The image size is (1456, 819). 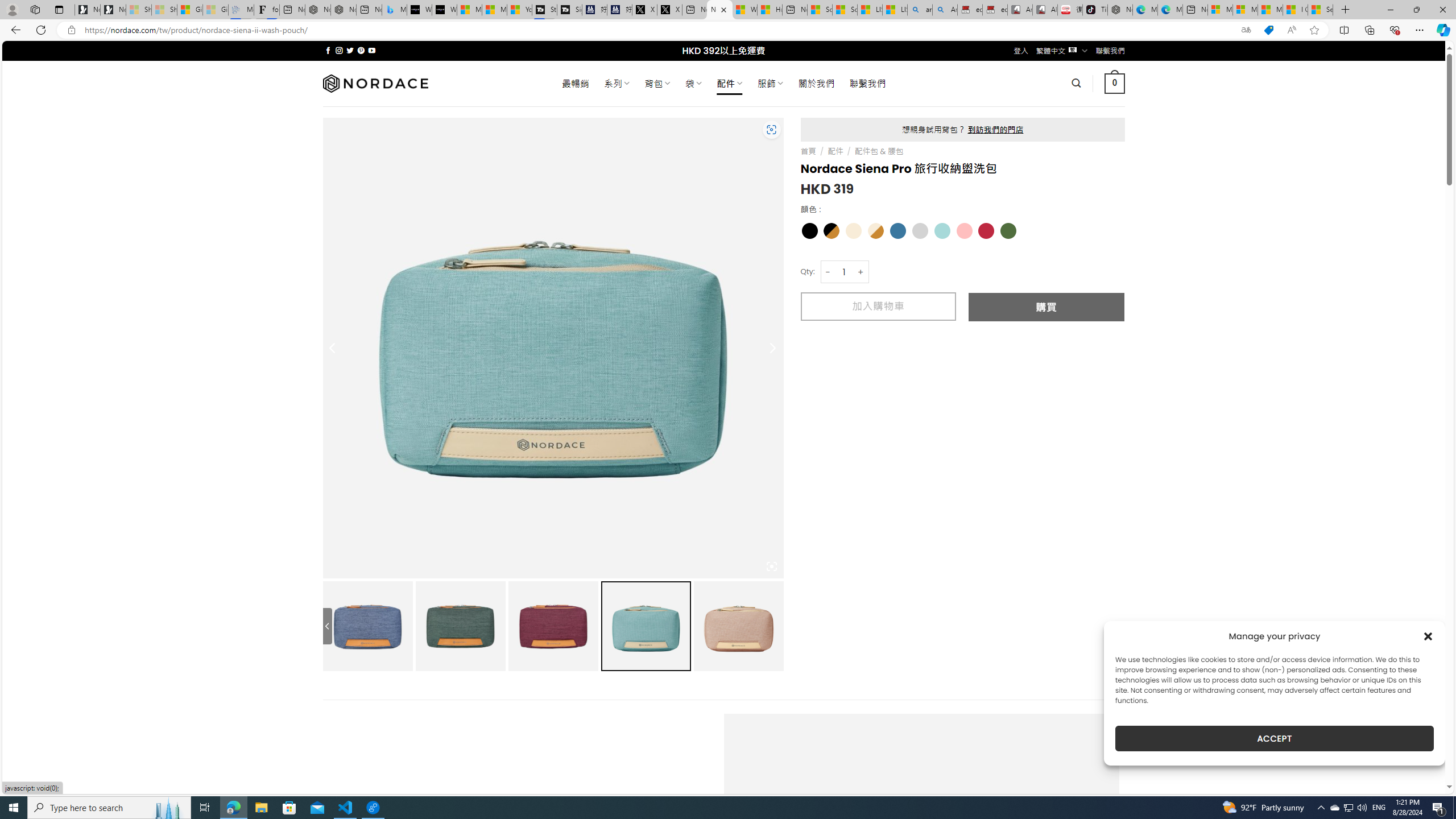 I want to click on 'Newsletter Sign Up', so click(x=113, y=9).